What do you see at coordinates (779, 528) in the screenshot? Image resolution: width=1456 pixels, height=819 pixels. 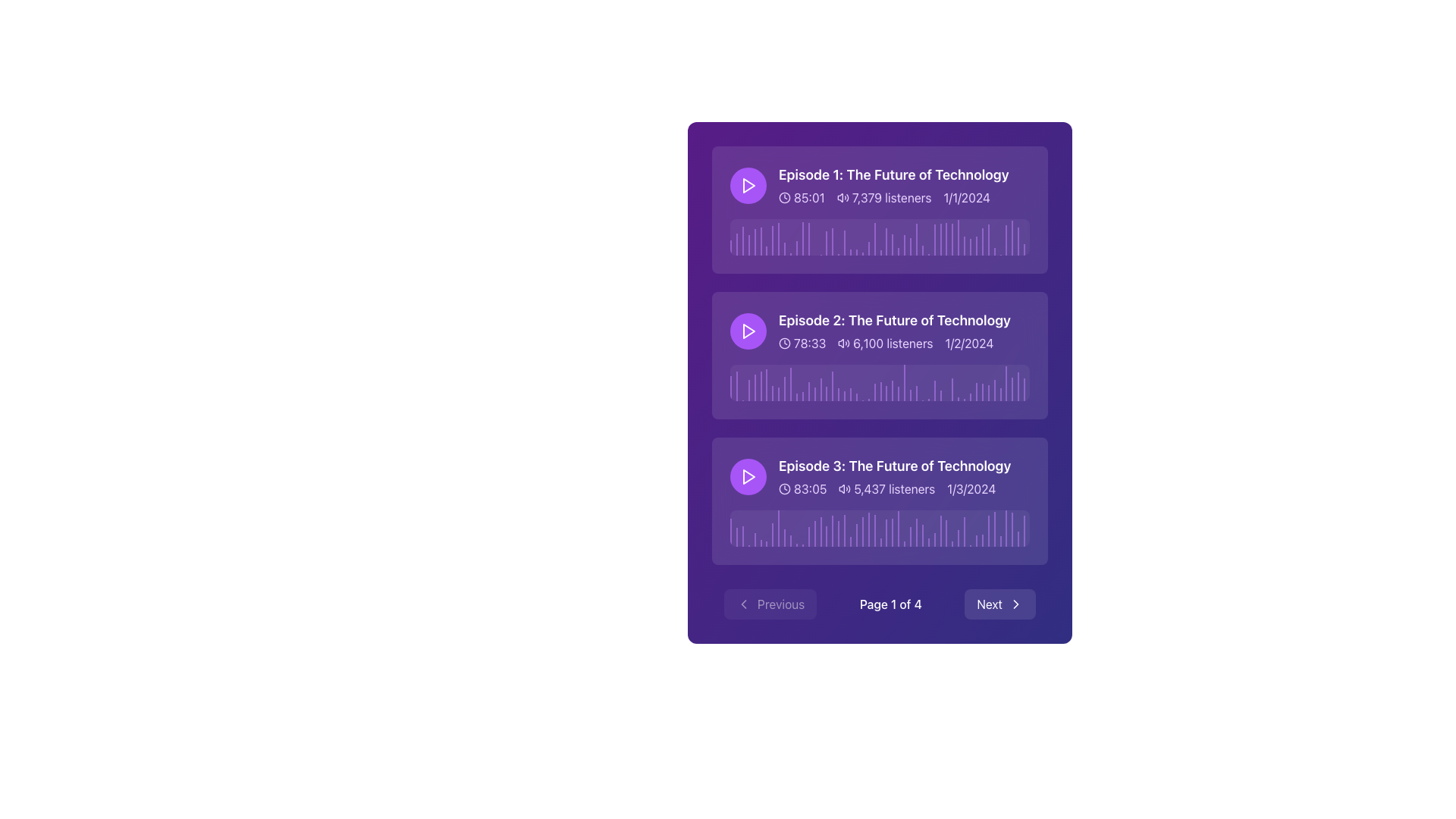 I see `the vertical bar styled with a semi-transparent purple background, which is the 9th from the left among similar vertical bars in the lower third of the interface` at bounding box center [779, 528].